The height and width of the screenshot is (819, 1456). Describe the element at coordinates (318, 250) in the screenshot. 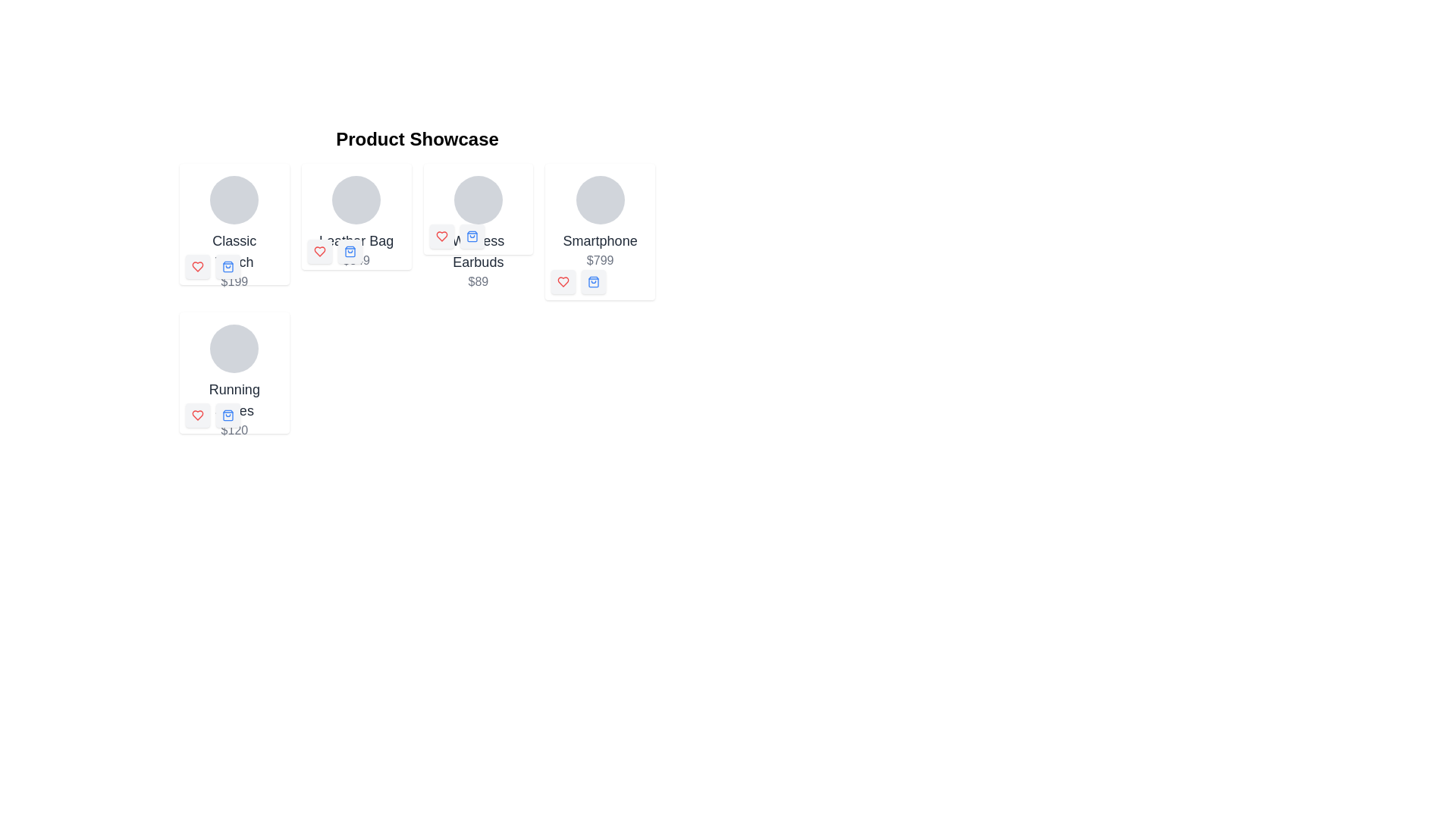

I see `the heart icon located at the bottom-left of the card displaying the 'Leather Bag' item` at that location.